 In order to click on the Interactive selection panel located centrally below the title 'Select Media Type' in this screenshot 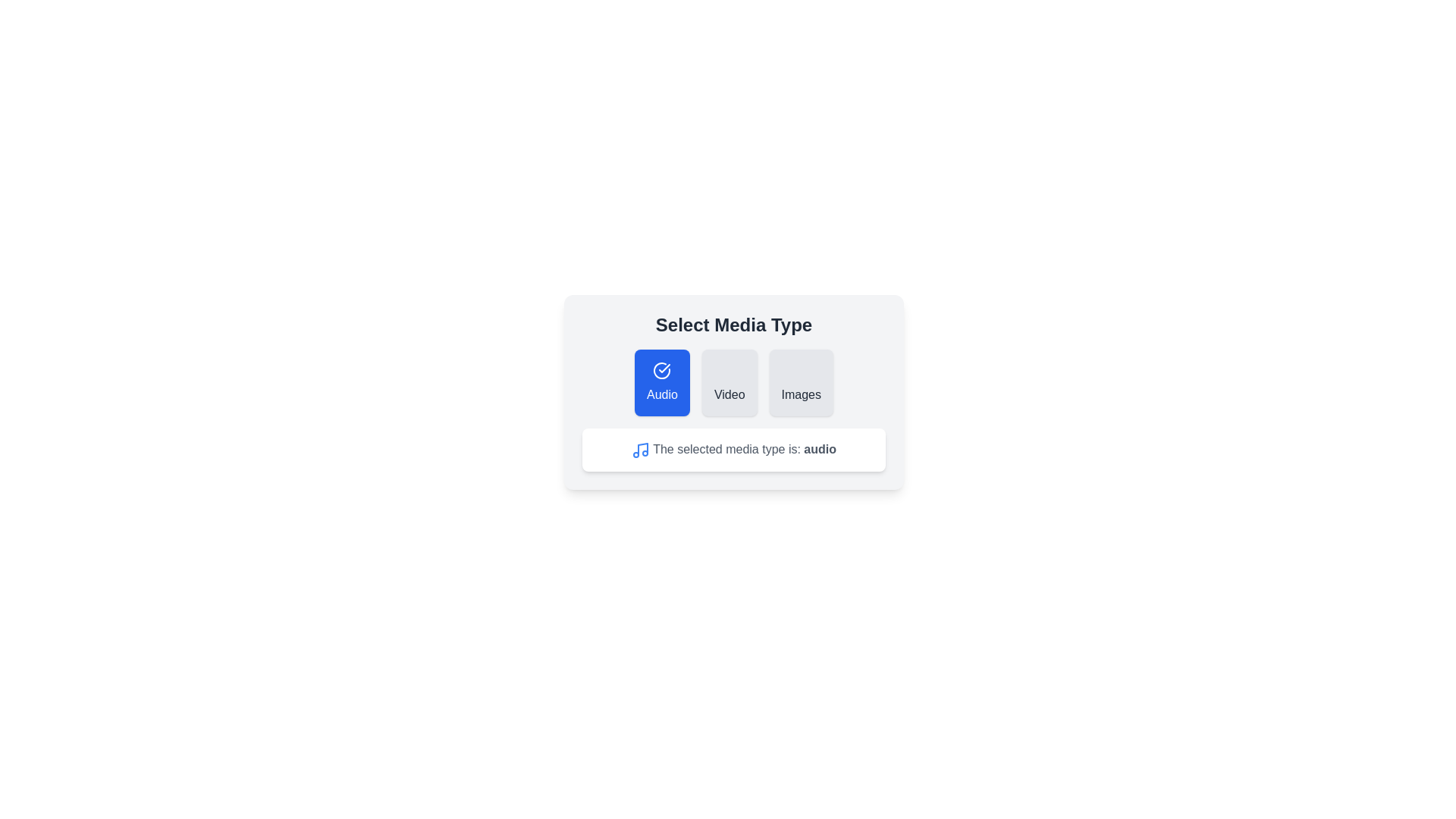, I will do `click(734, 391)`.